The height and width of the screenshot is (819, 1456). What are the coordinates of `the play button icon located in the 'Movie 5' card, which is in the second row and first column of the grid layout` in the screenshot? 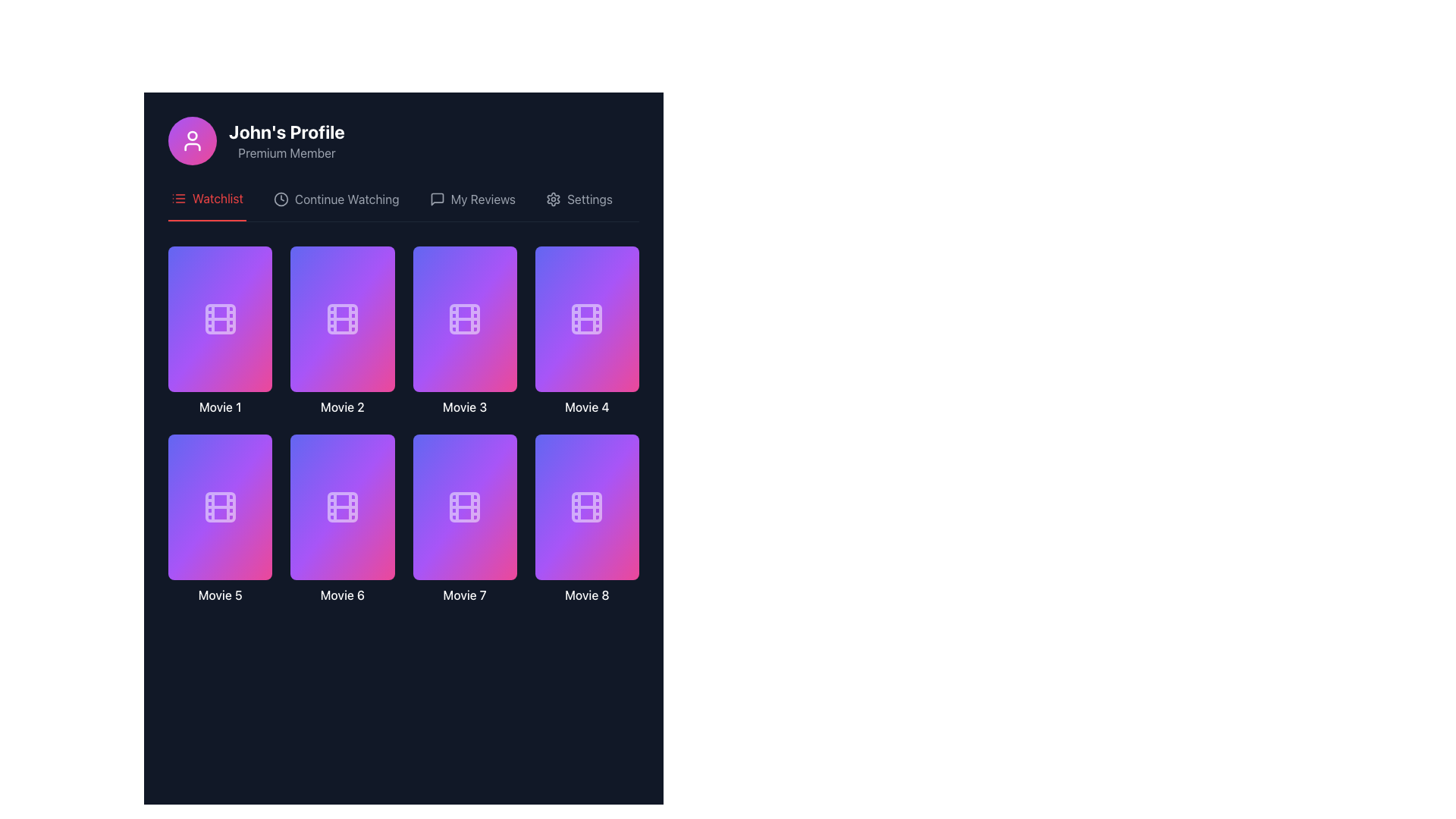 It's located at (220, 500).